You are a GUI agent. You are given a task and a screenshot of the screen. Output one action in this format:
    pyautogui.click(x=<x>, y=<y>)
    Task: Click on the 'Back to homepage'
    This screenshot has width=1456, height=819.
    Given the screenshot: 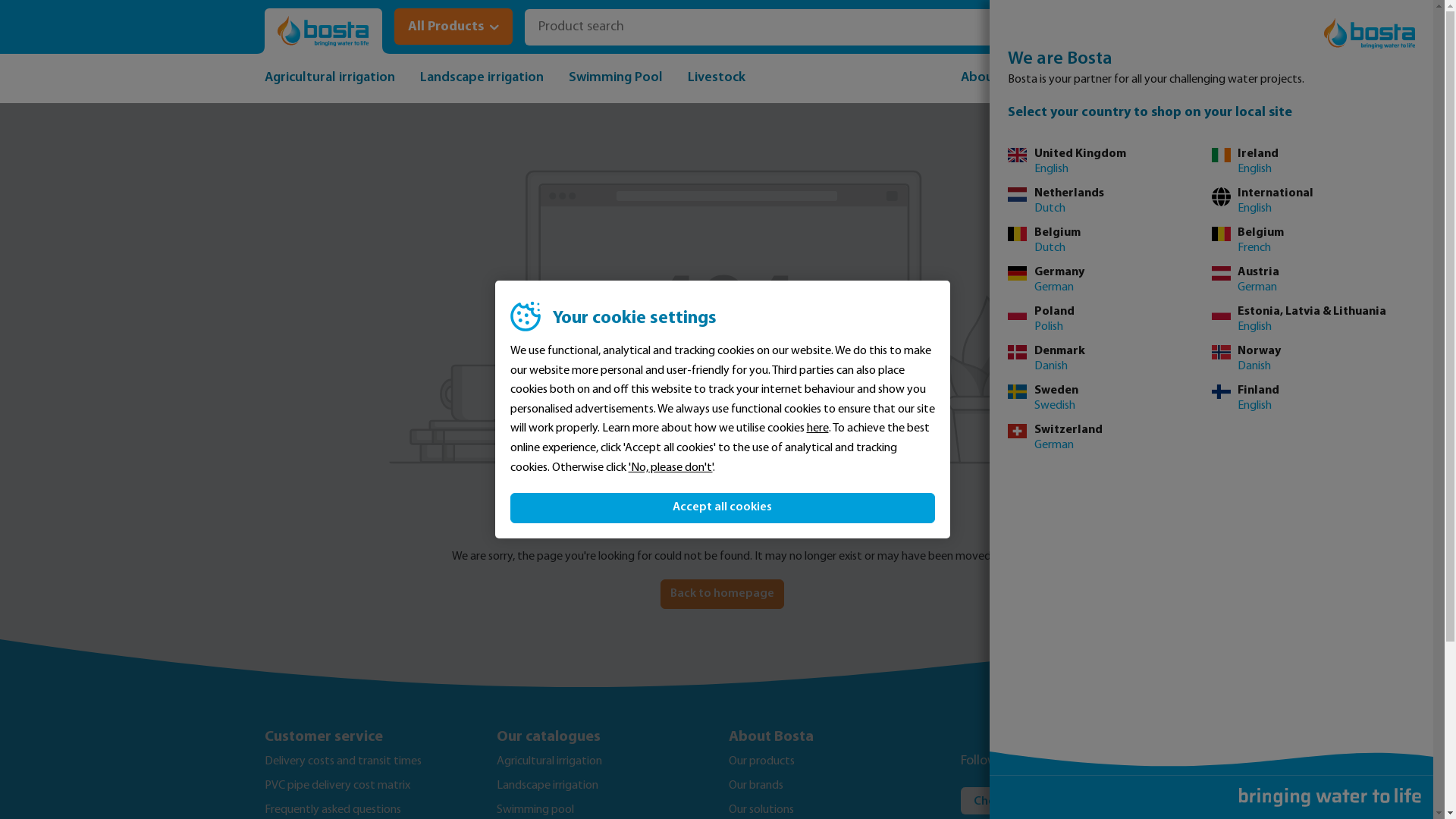 What is the action you would take?
    pyautogui.click(x=721, y=593)
    